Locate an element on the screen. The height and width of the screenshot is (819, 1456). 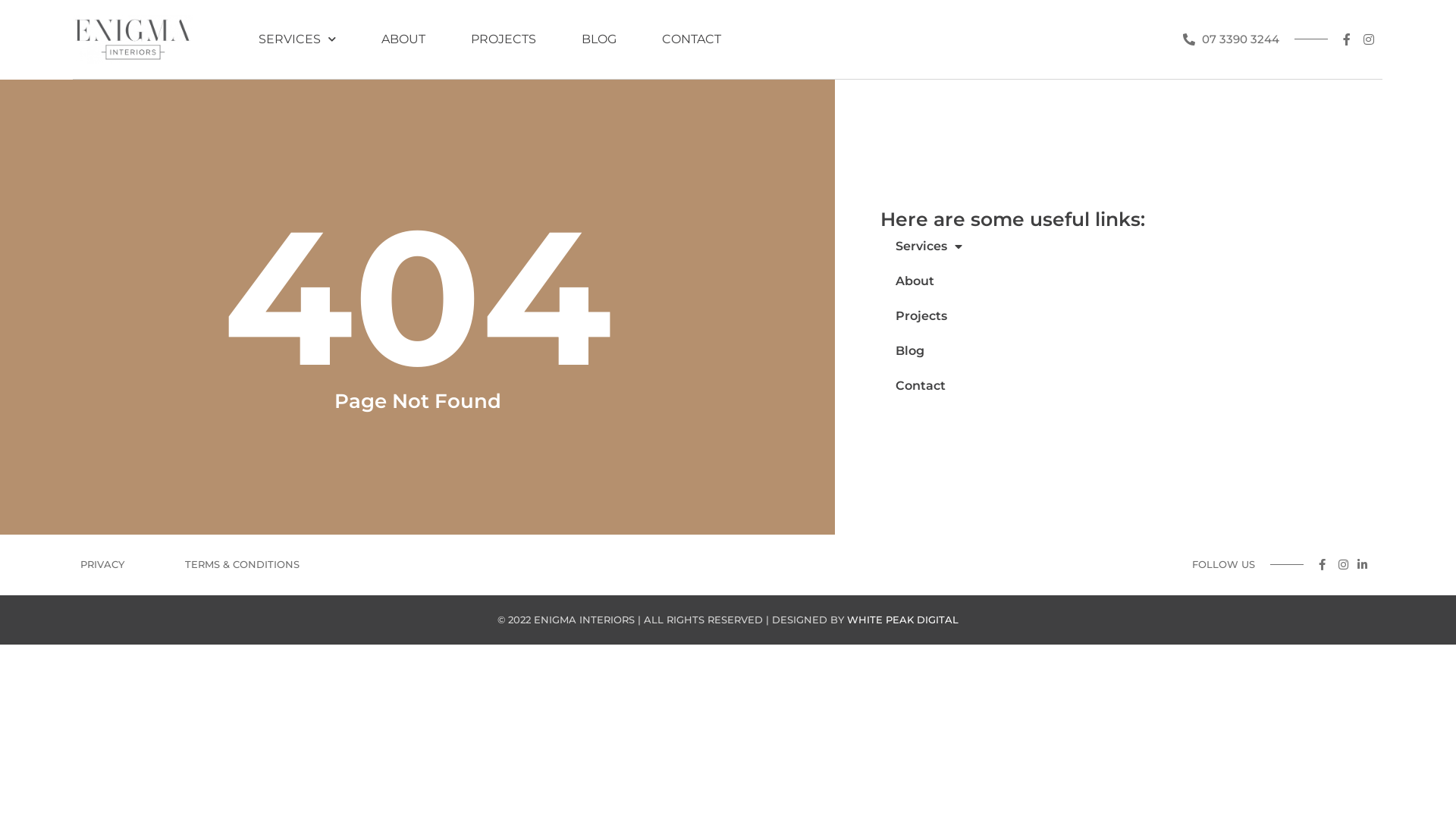
'PROJECTS' is located at coordinates (503, 38).